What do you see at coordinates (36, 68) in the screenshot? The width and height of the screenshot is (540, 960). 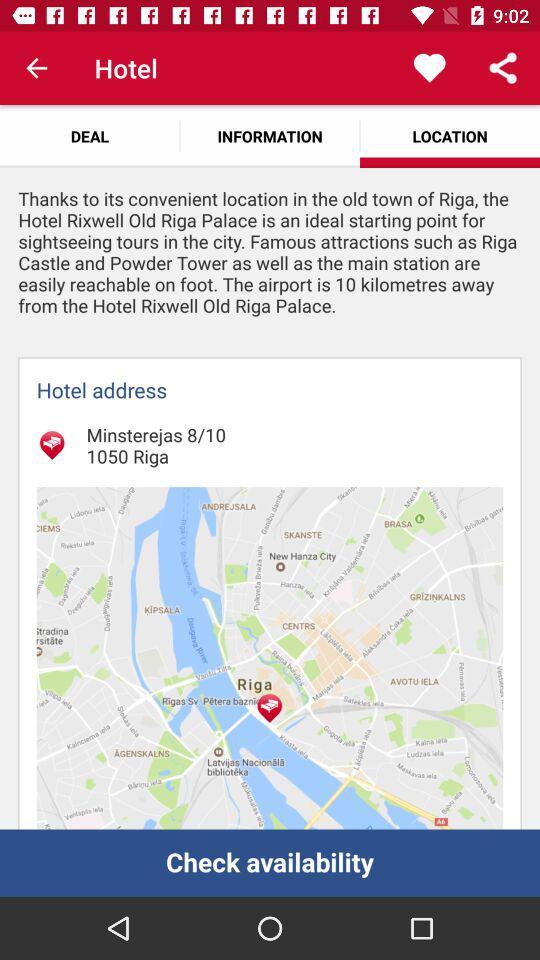 I see `the item above the deal item` at bounding box center [36, 68].